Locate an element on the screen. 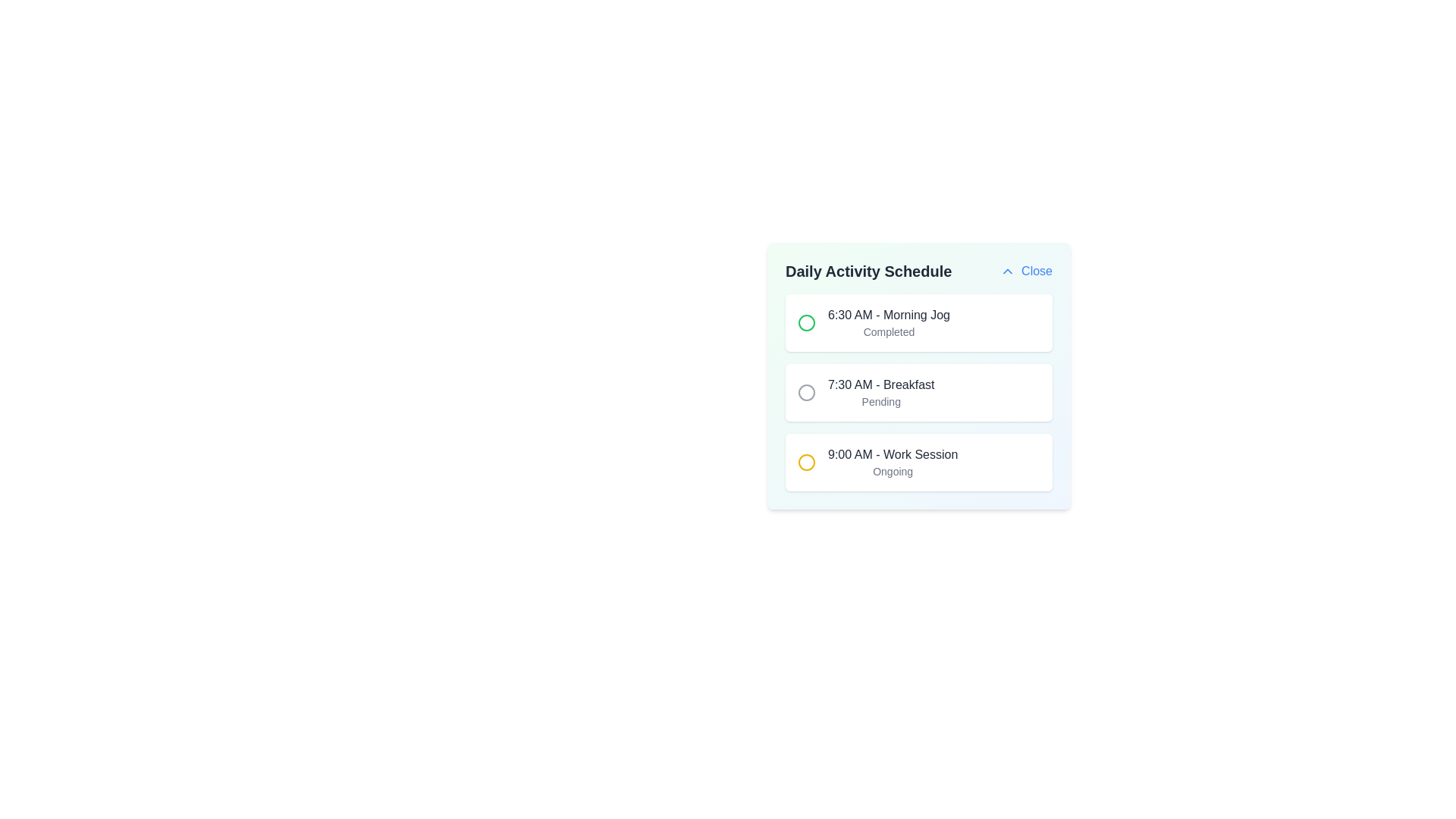 This screenshot has width=1456, height=819. the text label reading 'Completed' which is styled in light gray color and located below '6:30 AM - Morning Jog' in the activity schedule is located at coordinates (889, 331).